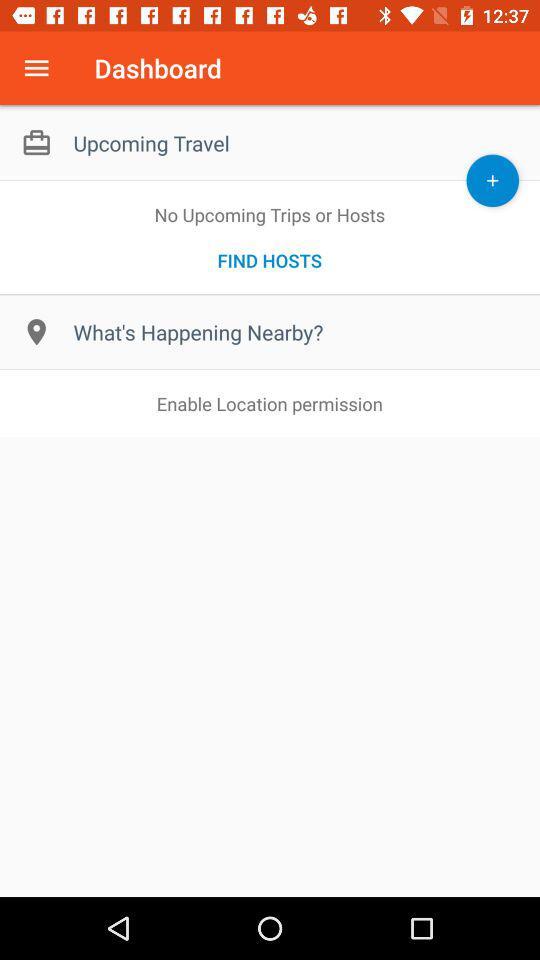 The width and height of the screenshot is (540, 960). I want to click on more information, so click(36, 68).